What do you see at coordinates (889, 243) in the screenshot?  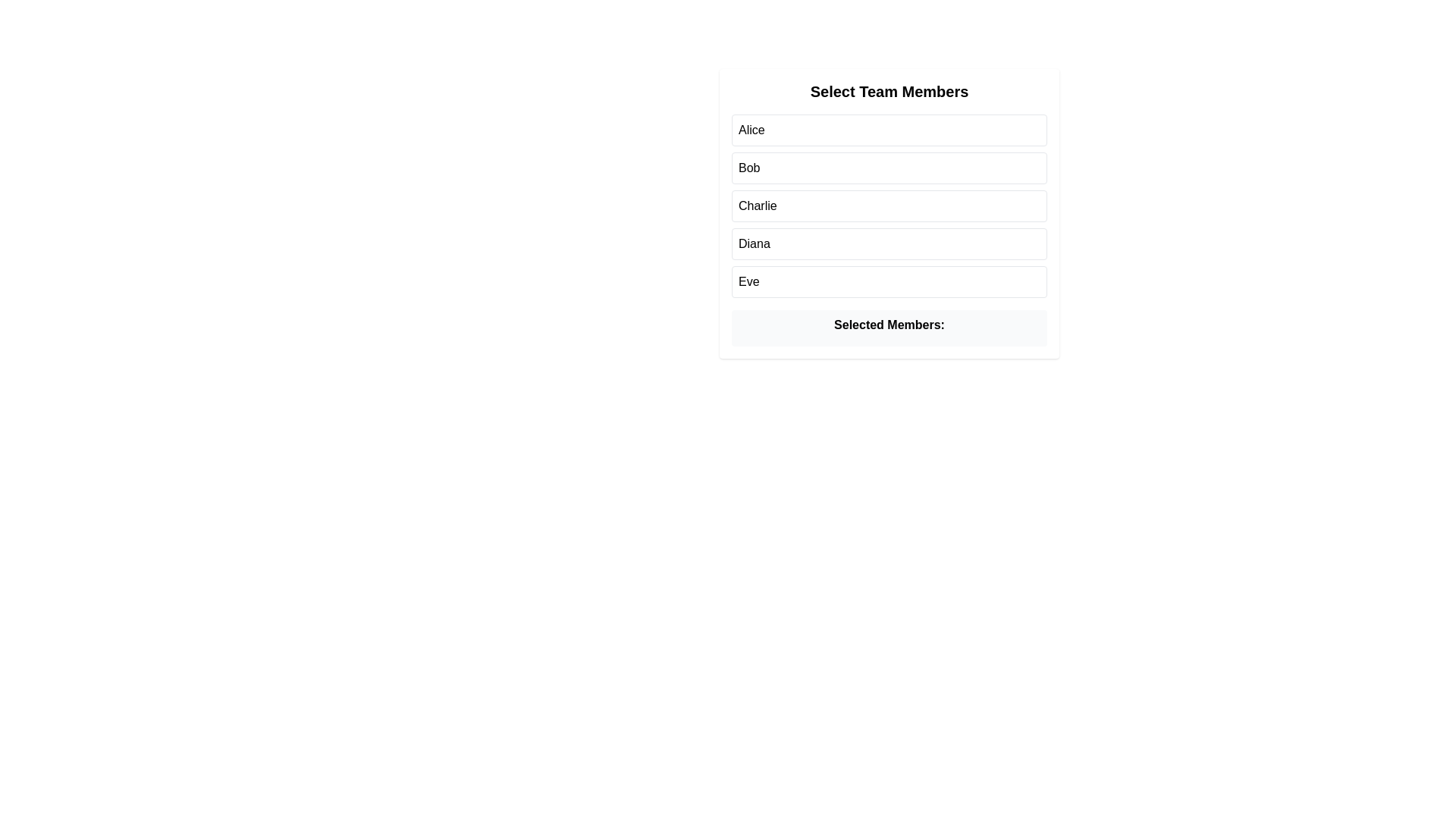 I see `the list item labeled 'Diana'` at bounding box center [889, 243].